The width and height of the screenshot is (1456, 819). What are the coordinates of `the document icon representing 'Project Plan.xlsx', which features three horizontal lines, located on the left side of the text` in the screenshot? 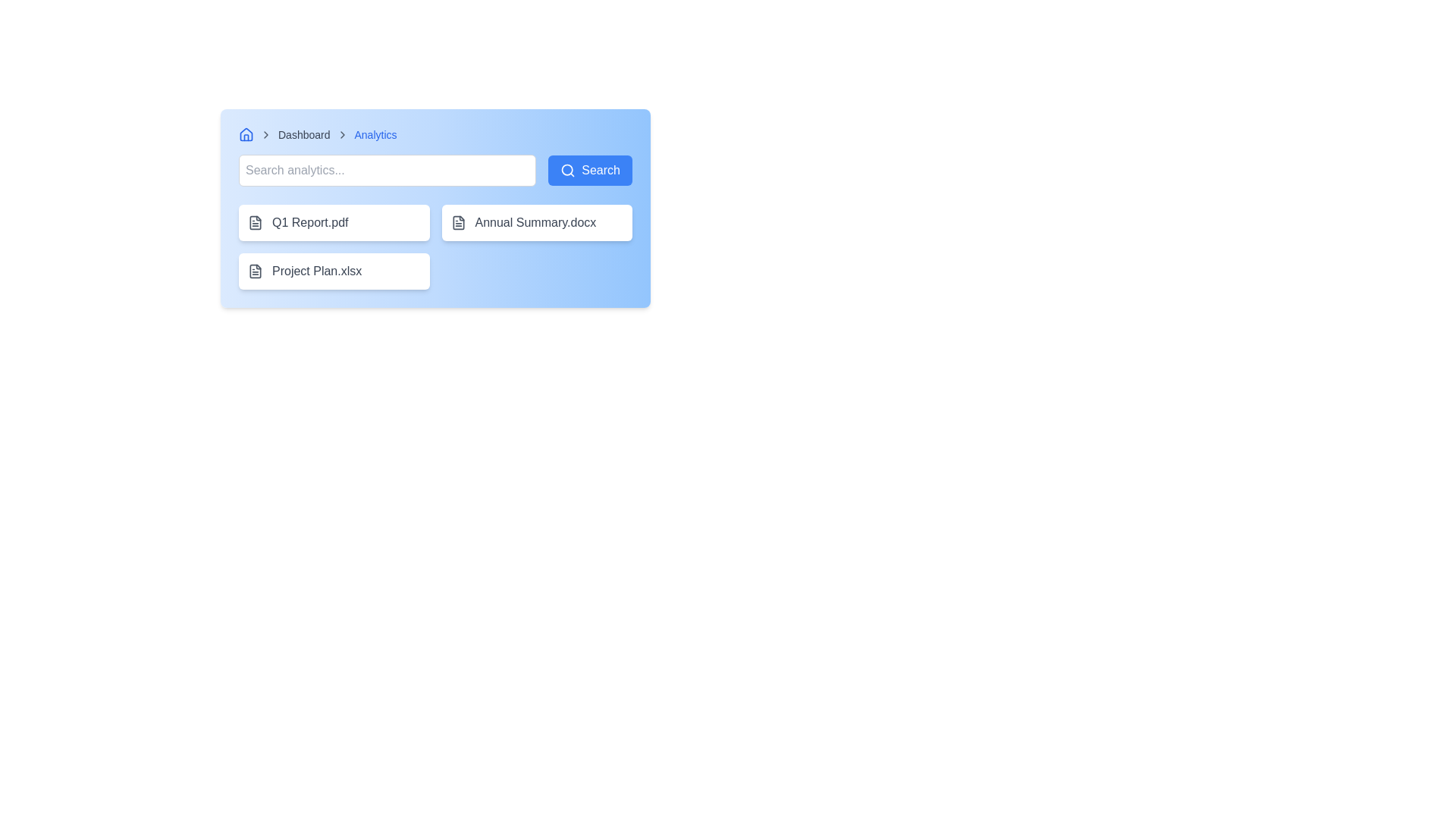 It's located at (255, 271).